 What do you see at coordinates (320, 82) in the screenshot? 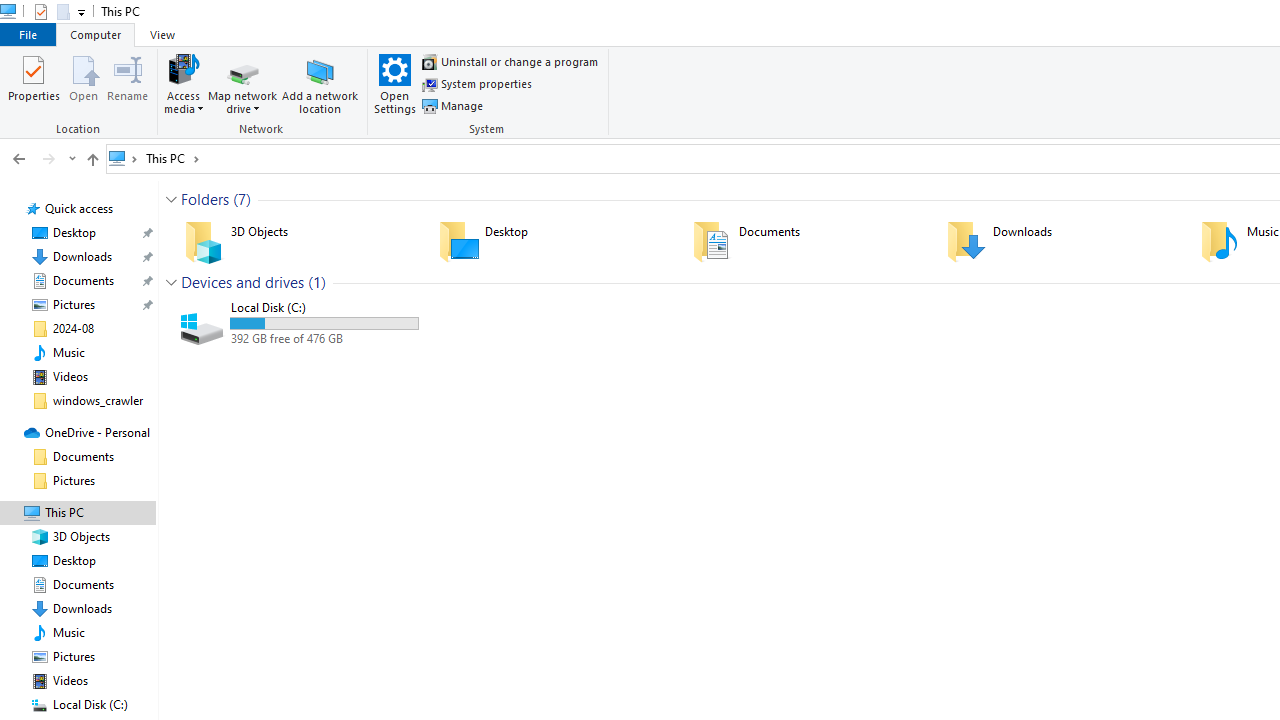
I see `'Add a network location'` at bounding box center [320, 82].